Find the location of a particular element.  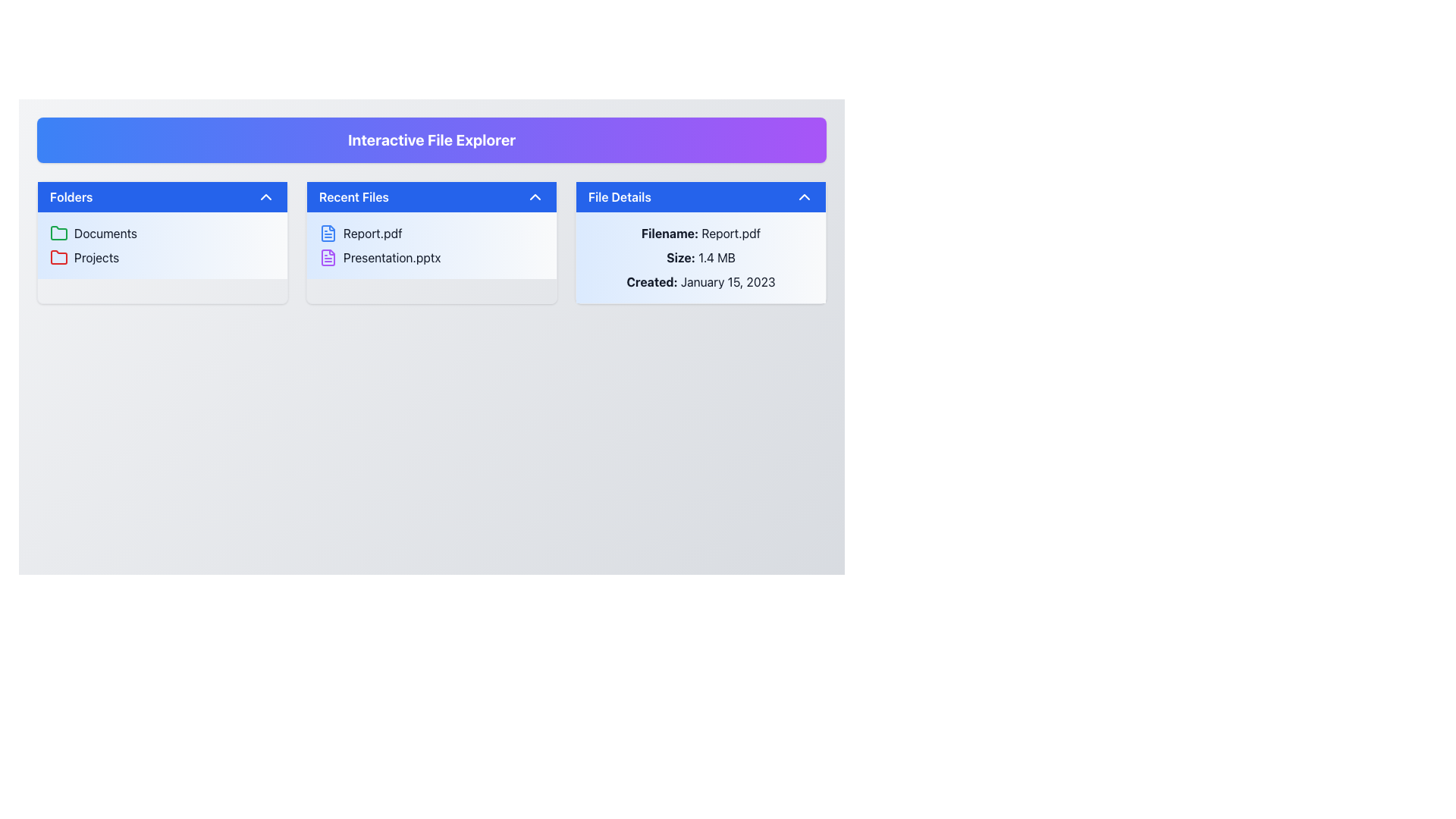

the presentation document icon located in the 'Recent Files' section, which visually represents the file type for 'Presentation.pptx' is located at coordinates (327, 256).